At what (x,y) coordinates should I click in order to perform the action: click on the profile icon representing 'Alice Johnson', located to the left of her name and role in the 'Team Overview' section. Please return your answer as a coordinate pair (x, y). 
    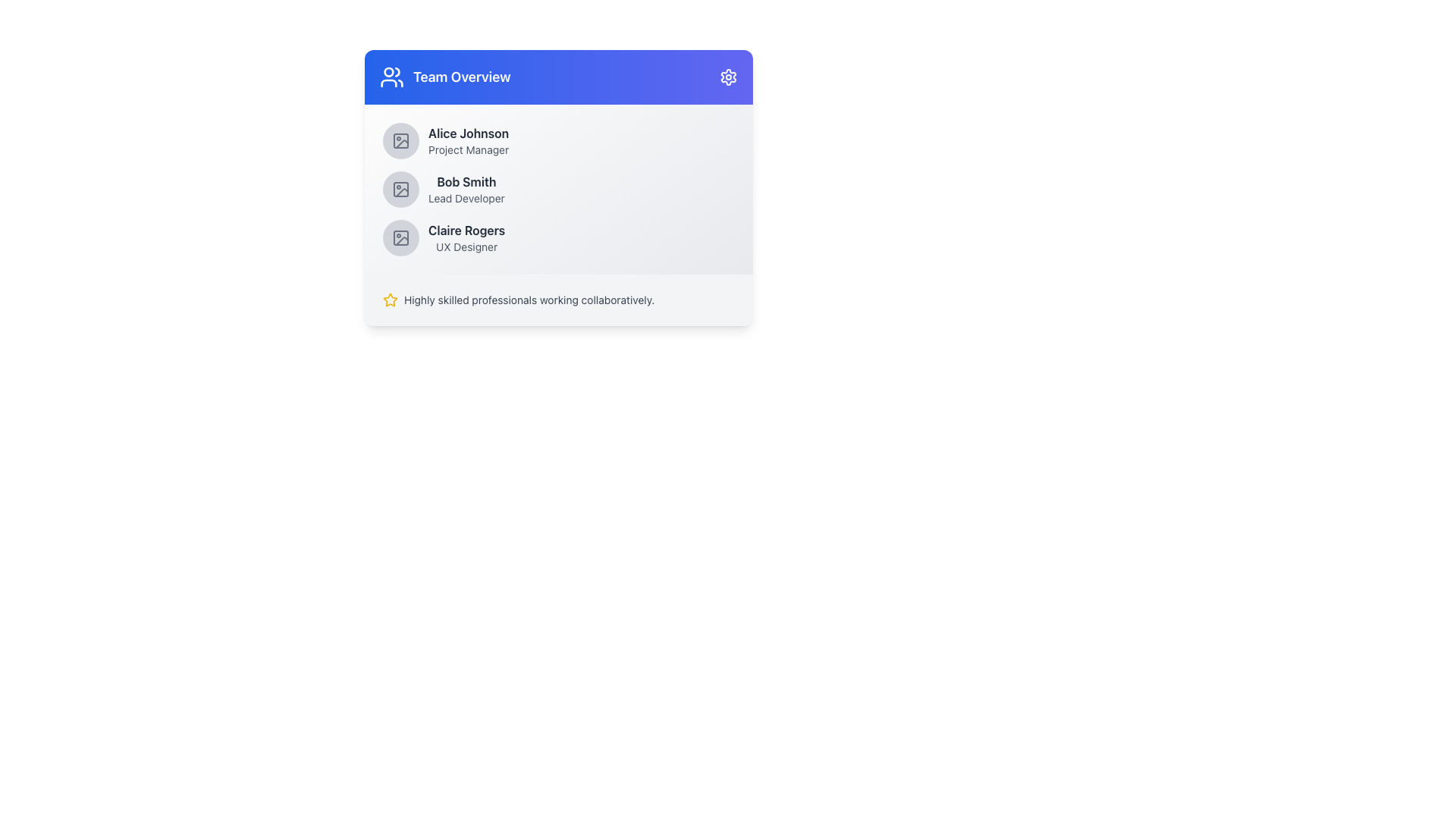
    Looking at the image, I should click on (400, 140).